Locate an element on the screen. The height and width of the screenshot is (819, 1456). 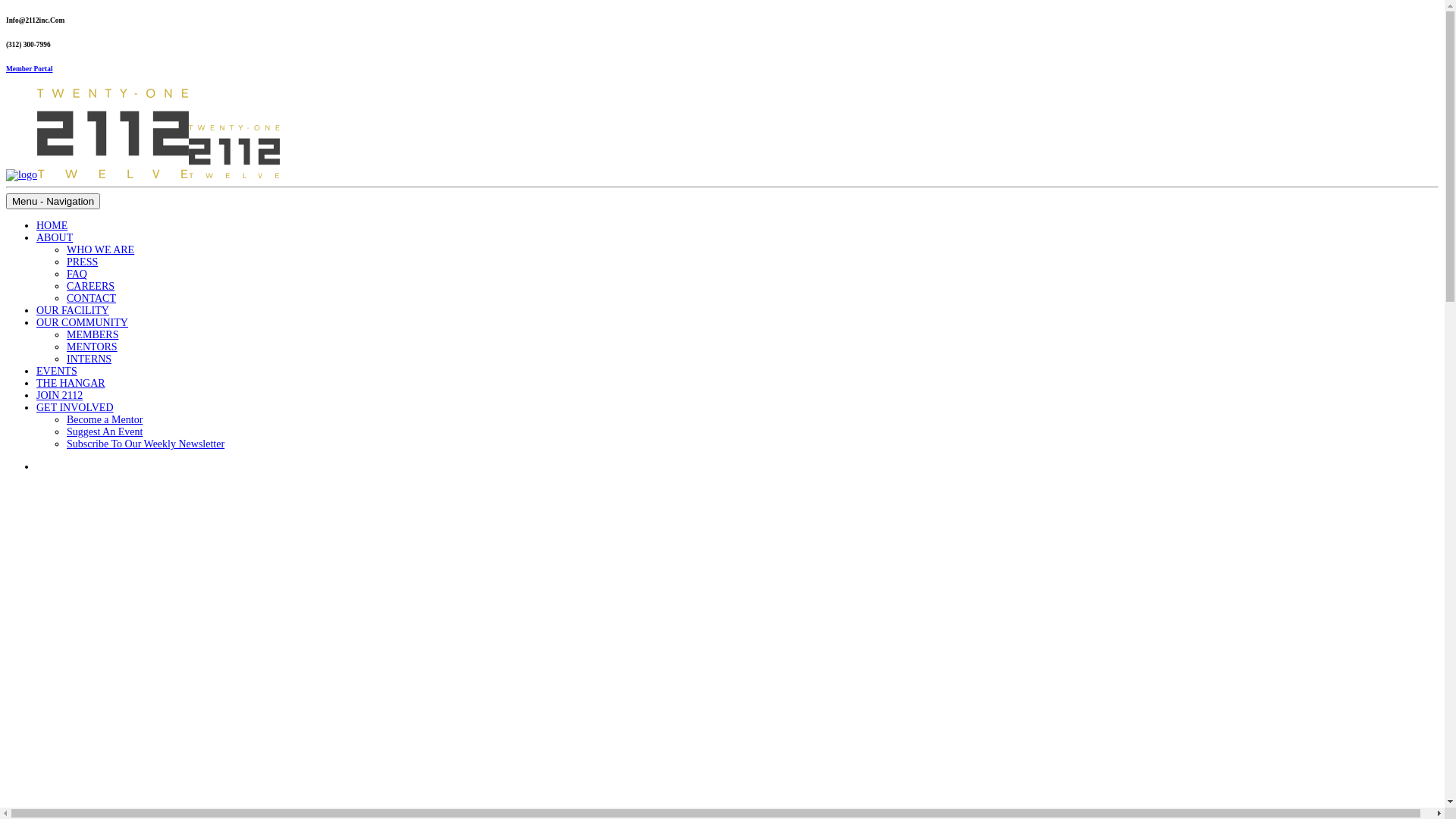
'INTERNS' is located at coordinates (88, 359).